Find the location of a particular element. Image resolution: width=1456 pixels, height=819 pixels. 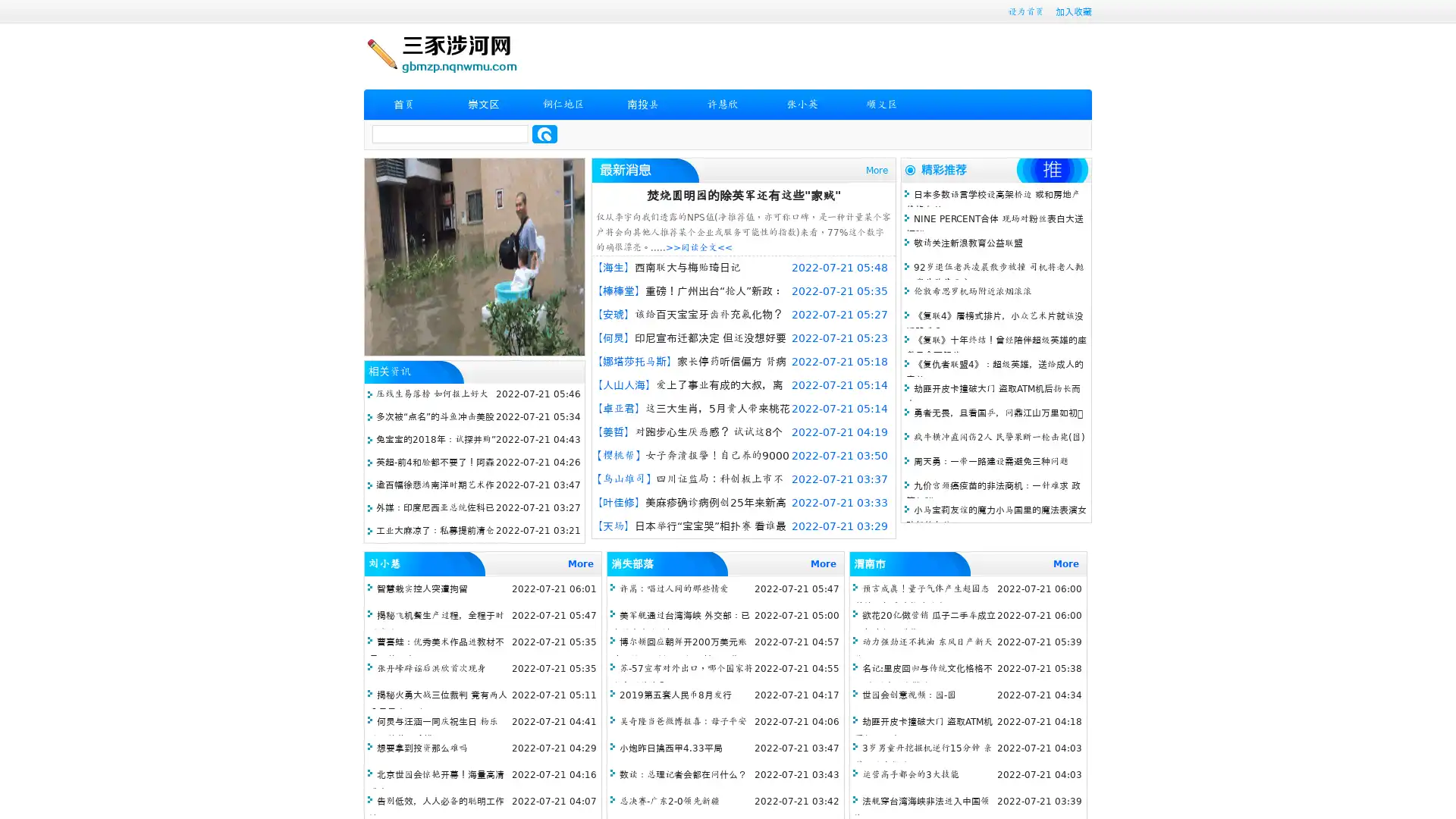

Search is located at coordinates (544, 133).